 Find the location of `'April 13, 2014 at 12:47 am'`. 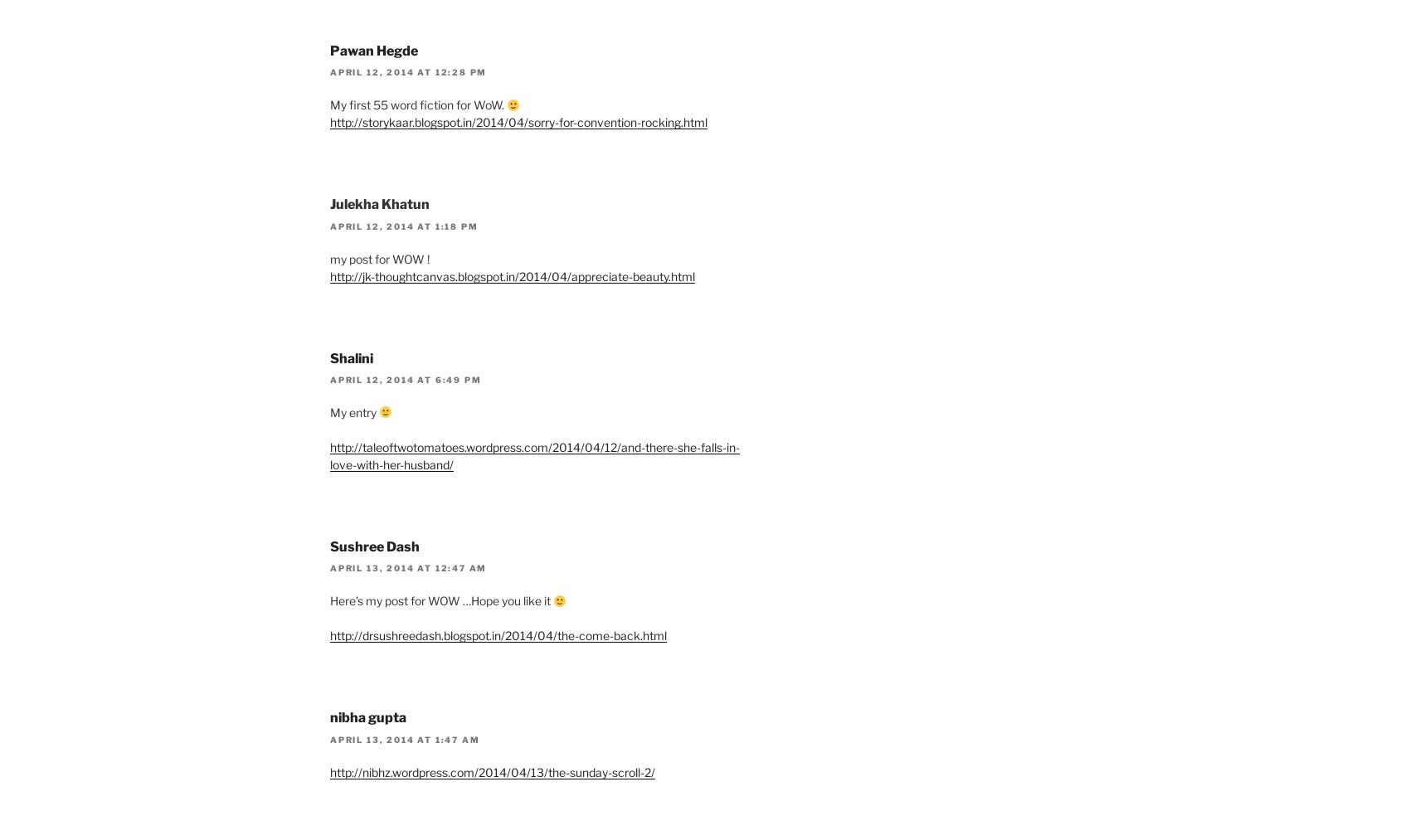

'April 13, 2014 at 12:47 am' is located at coordinates (408, 566).